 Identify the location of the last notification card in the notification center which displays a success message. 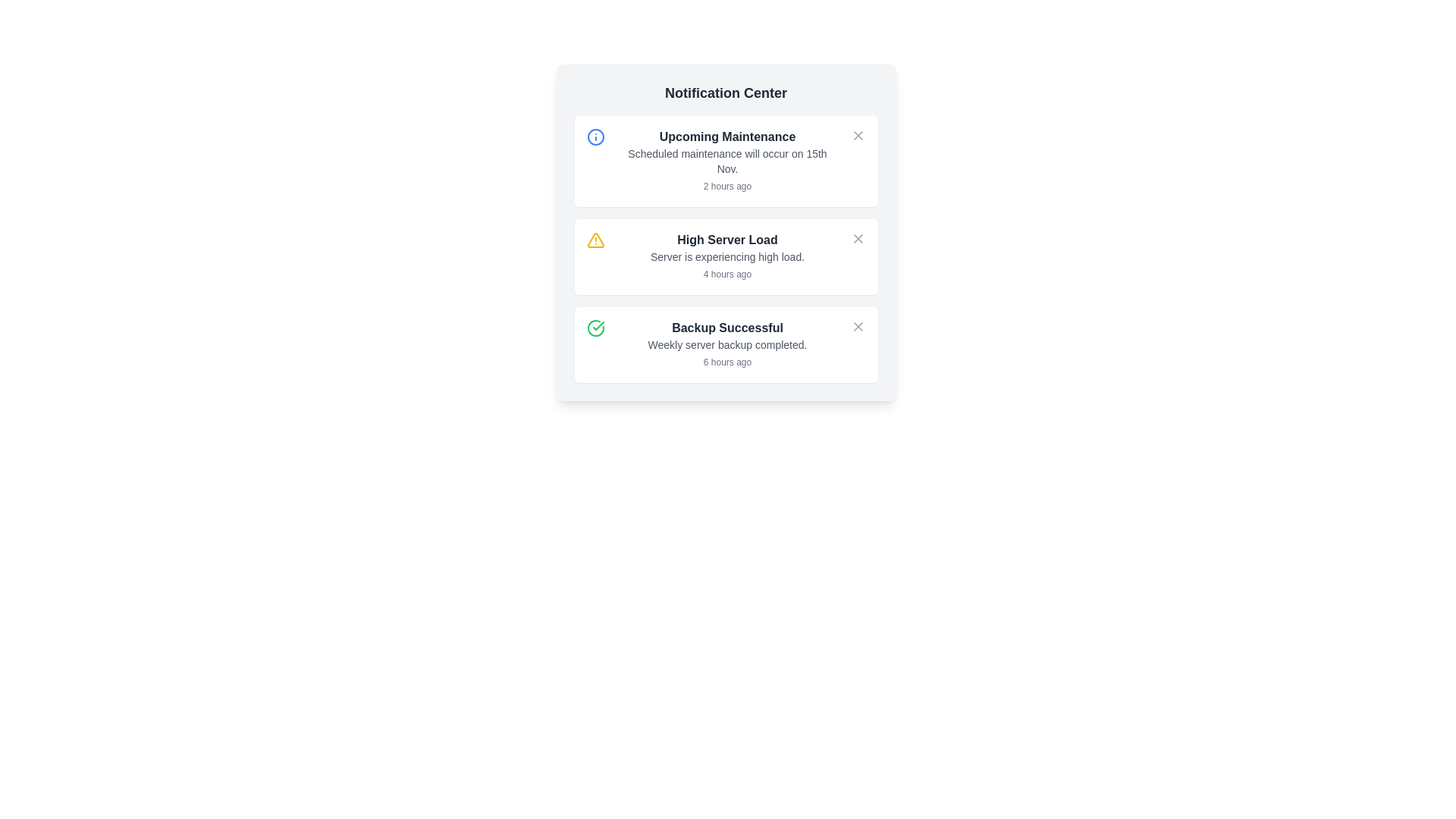
(725, 345).